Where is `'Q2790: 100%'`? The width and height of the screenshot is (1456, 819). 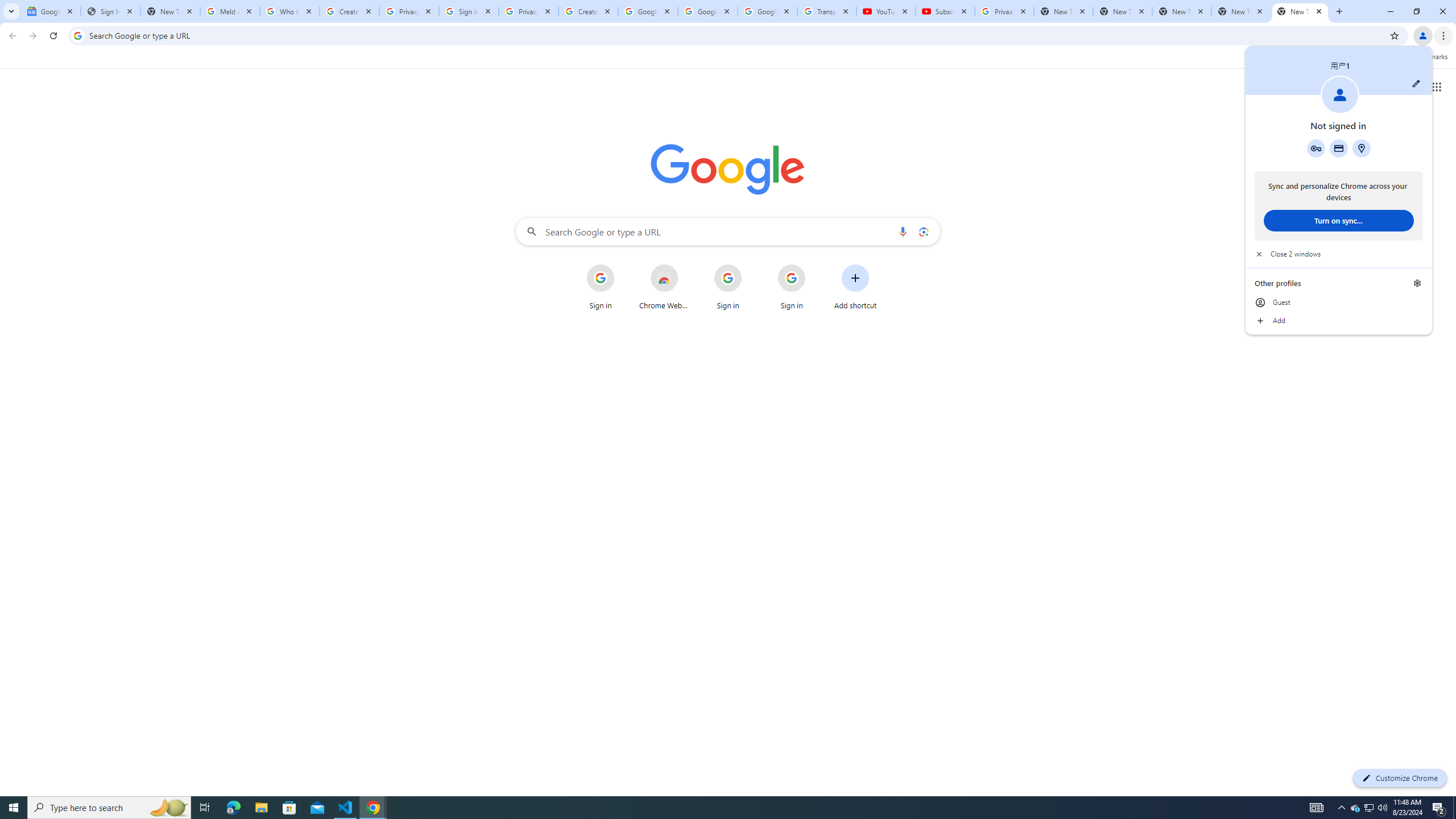 'Q2790: 100%' is located at coordinates (1381, 806).